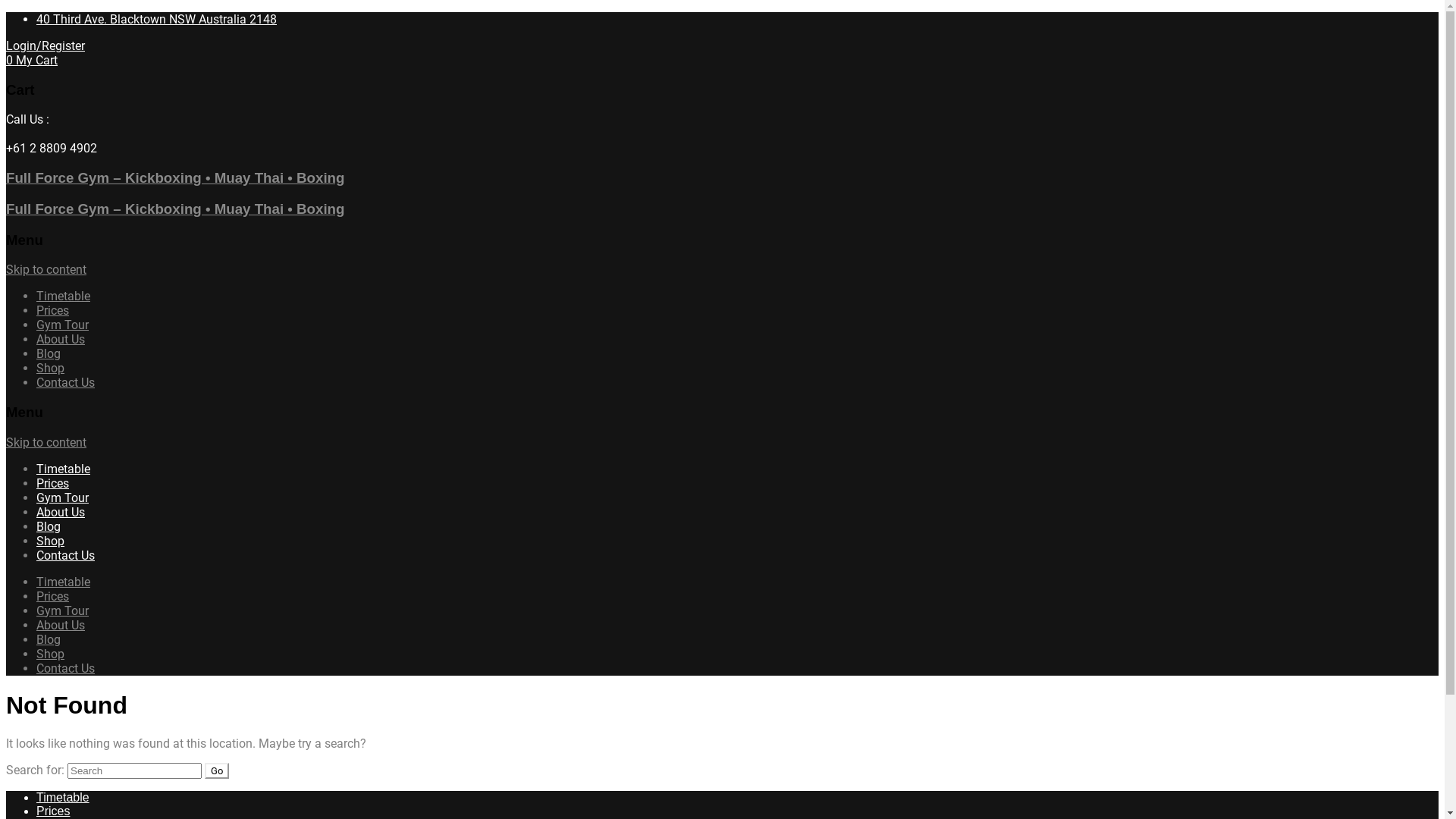 The image size is (1456, 819). I want to click on 'Blog', so click(36, 353).